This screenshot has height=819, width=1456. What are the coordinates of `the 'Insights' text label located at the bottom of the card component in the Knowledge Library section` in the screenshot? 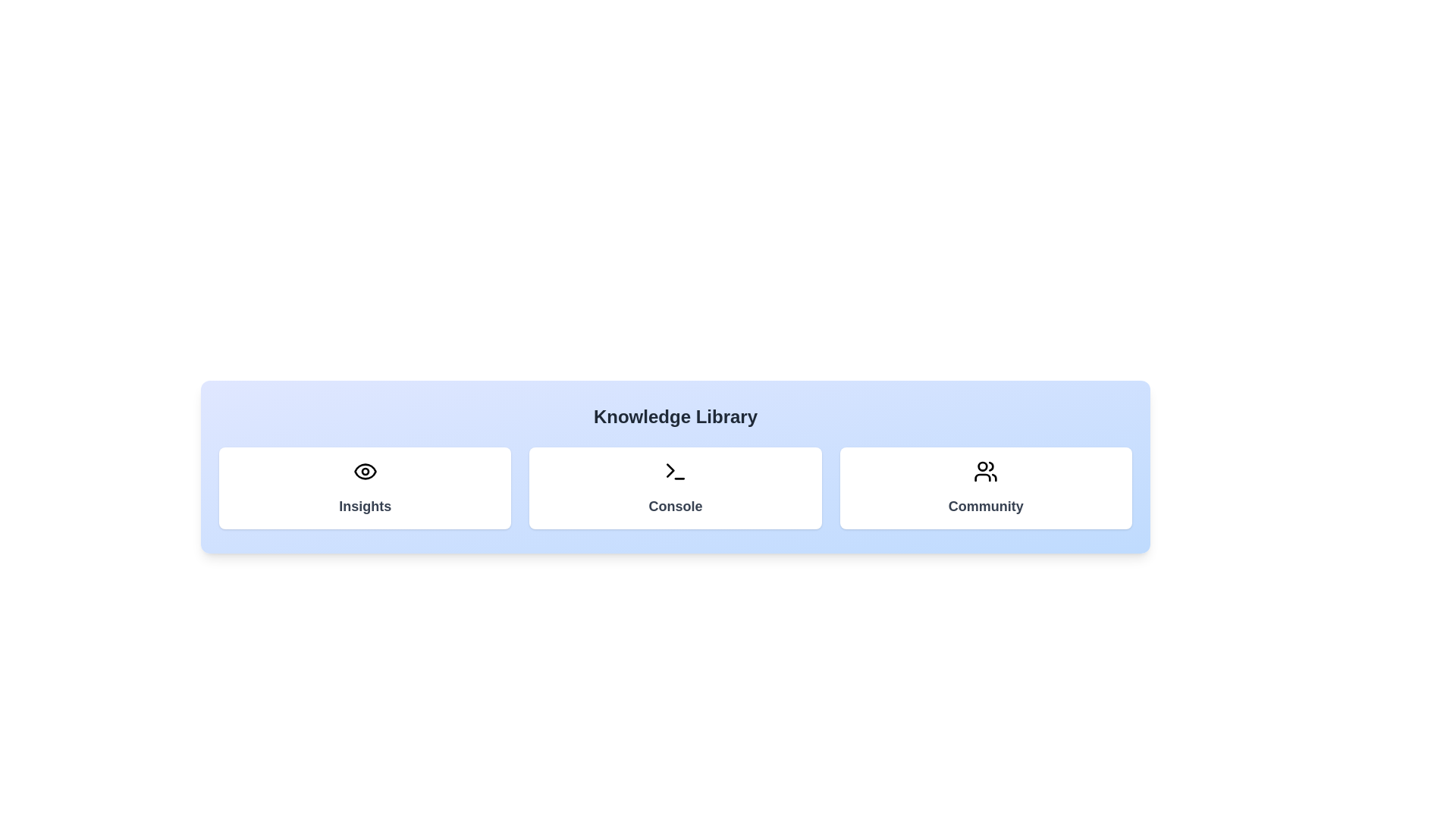 It's located at (365, 506).